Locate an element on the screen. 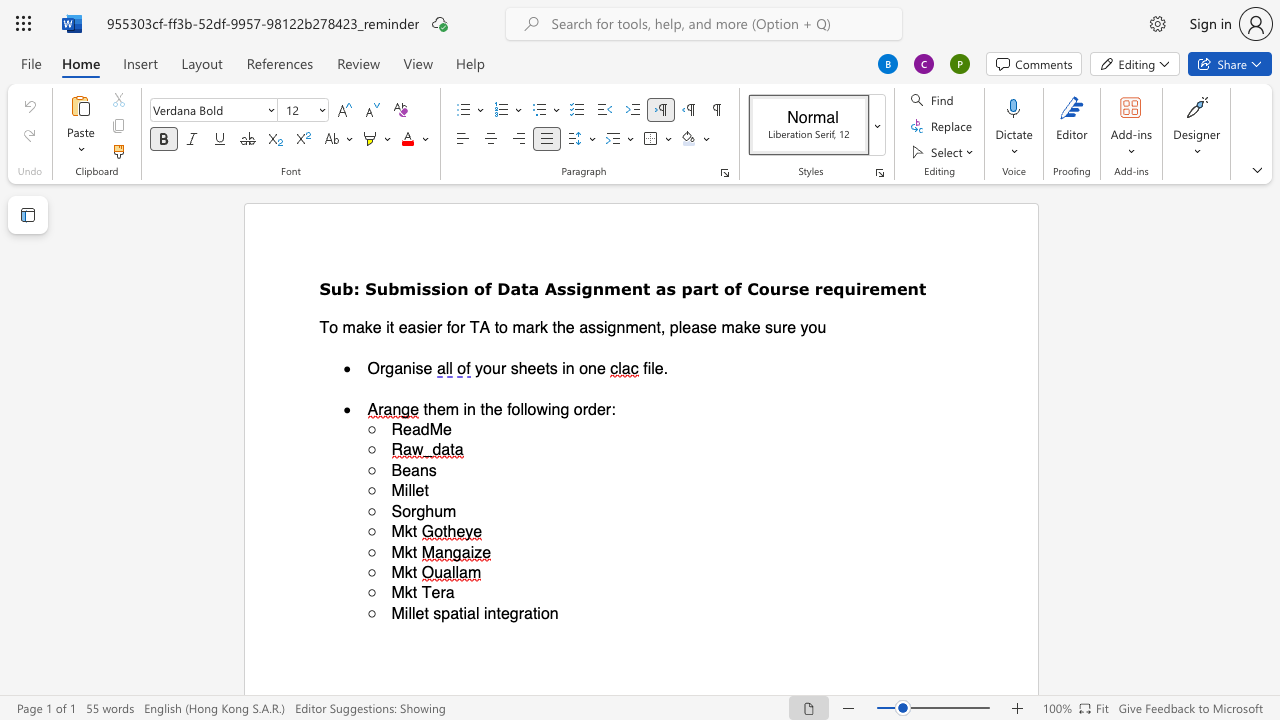  the space between the continuous character "s" and "i" in the text is located at coordinates (438, 288).